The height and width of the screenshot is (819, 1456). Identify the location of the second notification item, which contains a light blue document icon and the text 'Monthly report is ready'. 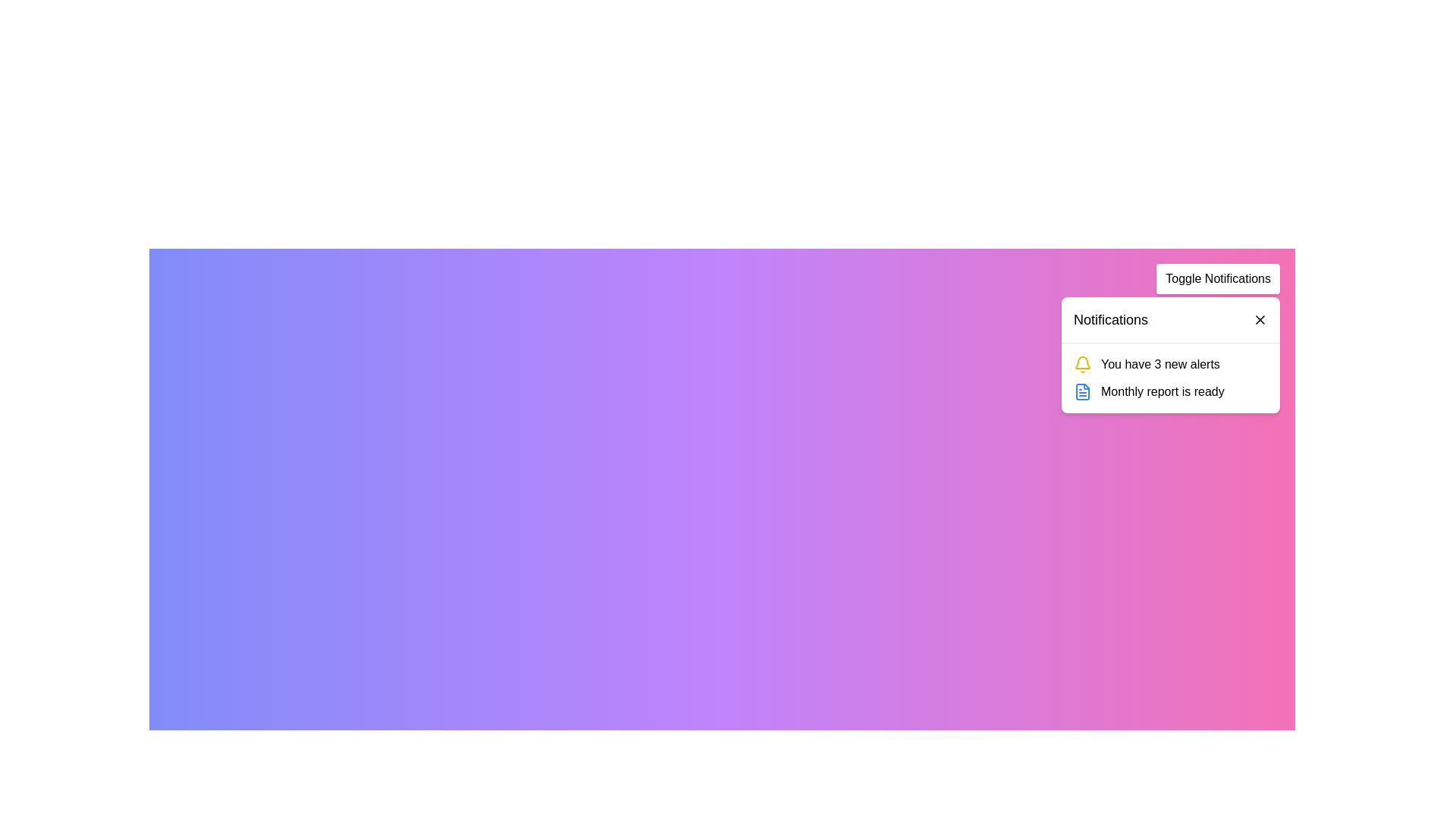
(1170, 391).